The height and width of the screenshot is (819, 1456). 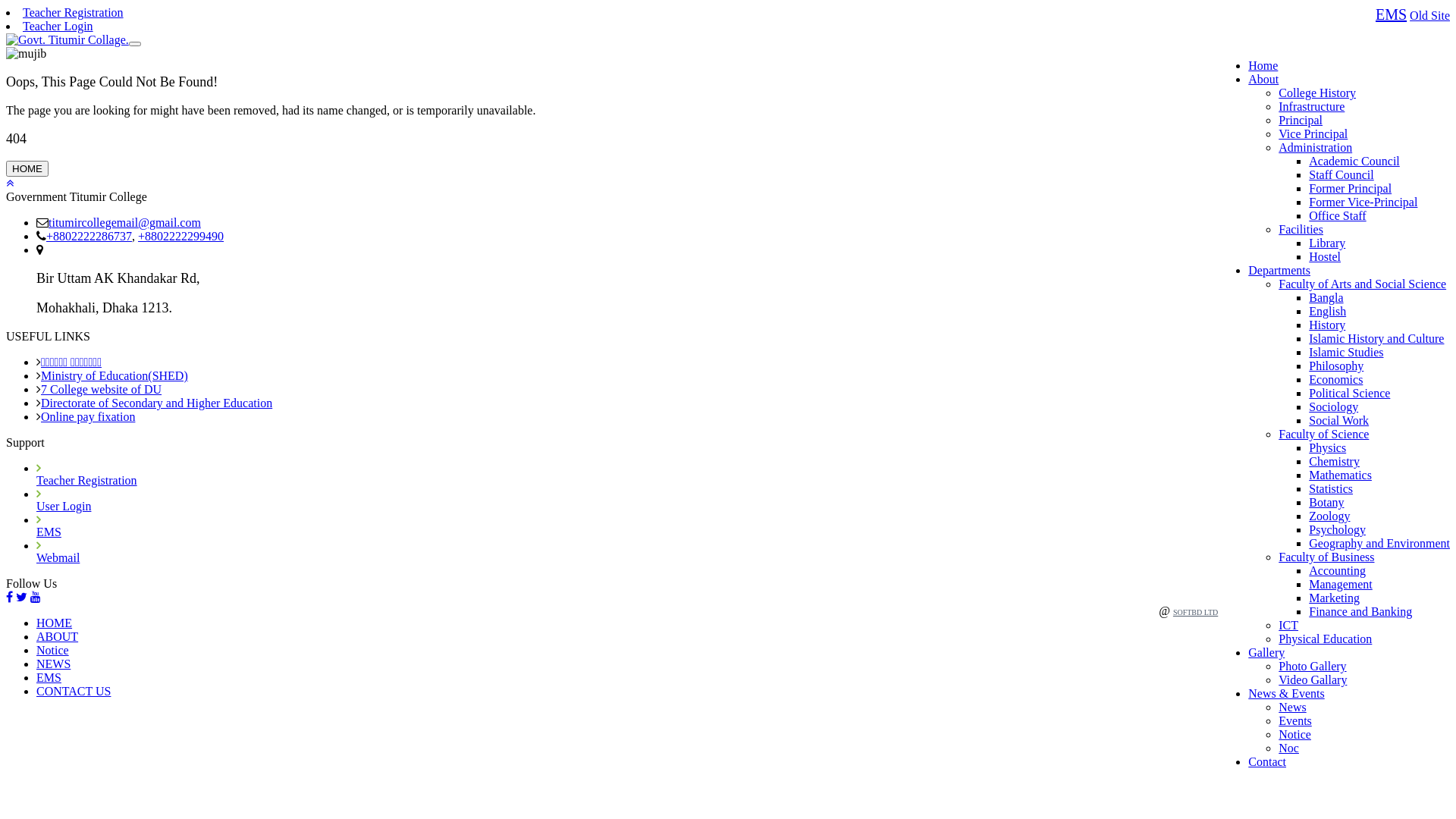 What do you see at coordinates (1338, 420) in the screenshot?
I see `'Social Work'` at bounding box center [1338, 420].